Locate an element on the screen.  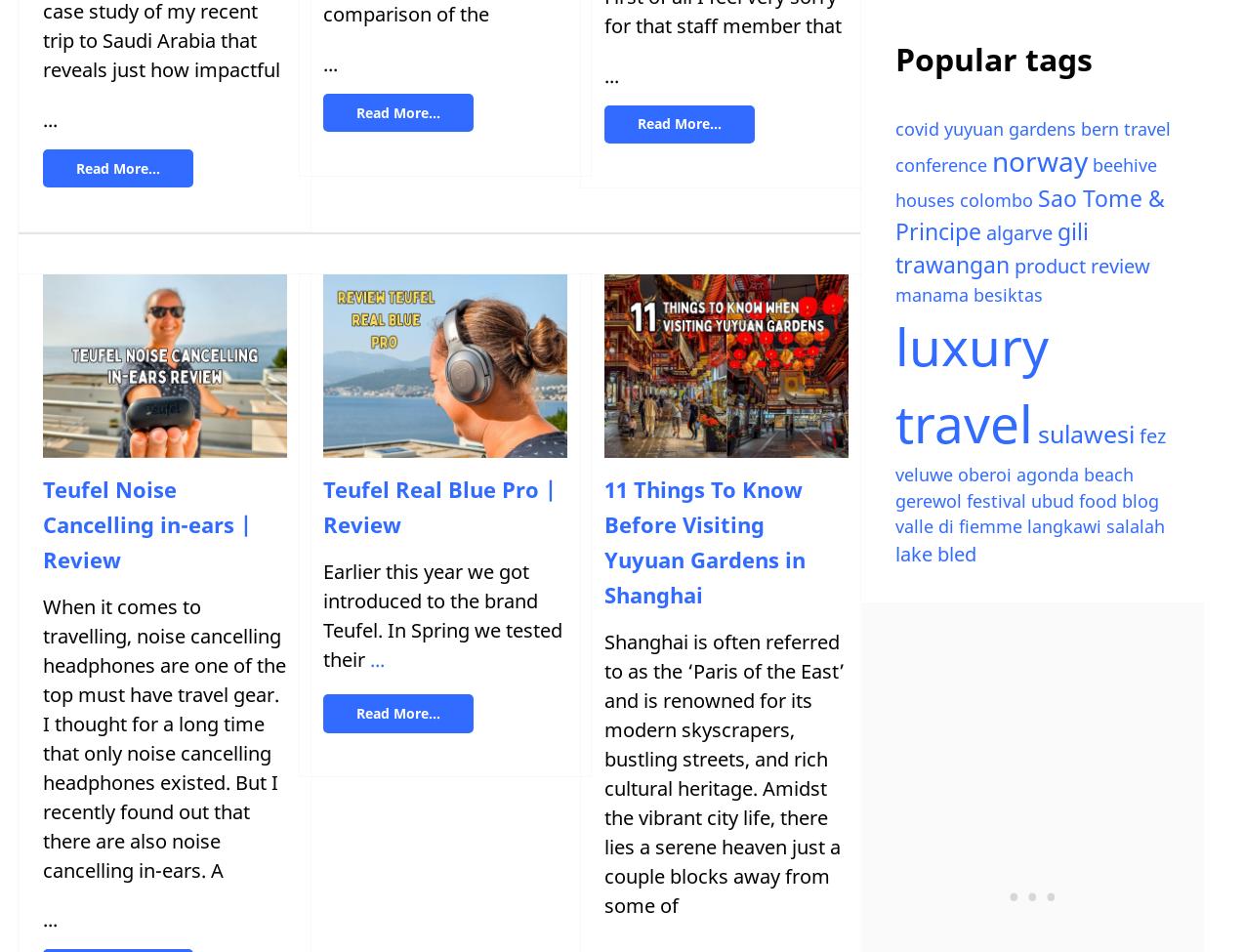
'oberoi' is located at coordinates (984, 475).